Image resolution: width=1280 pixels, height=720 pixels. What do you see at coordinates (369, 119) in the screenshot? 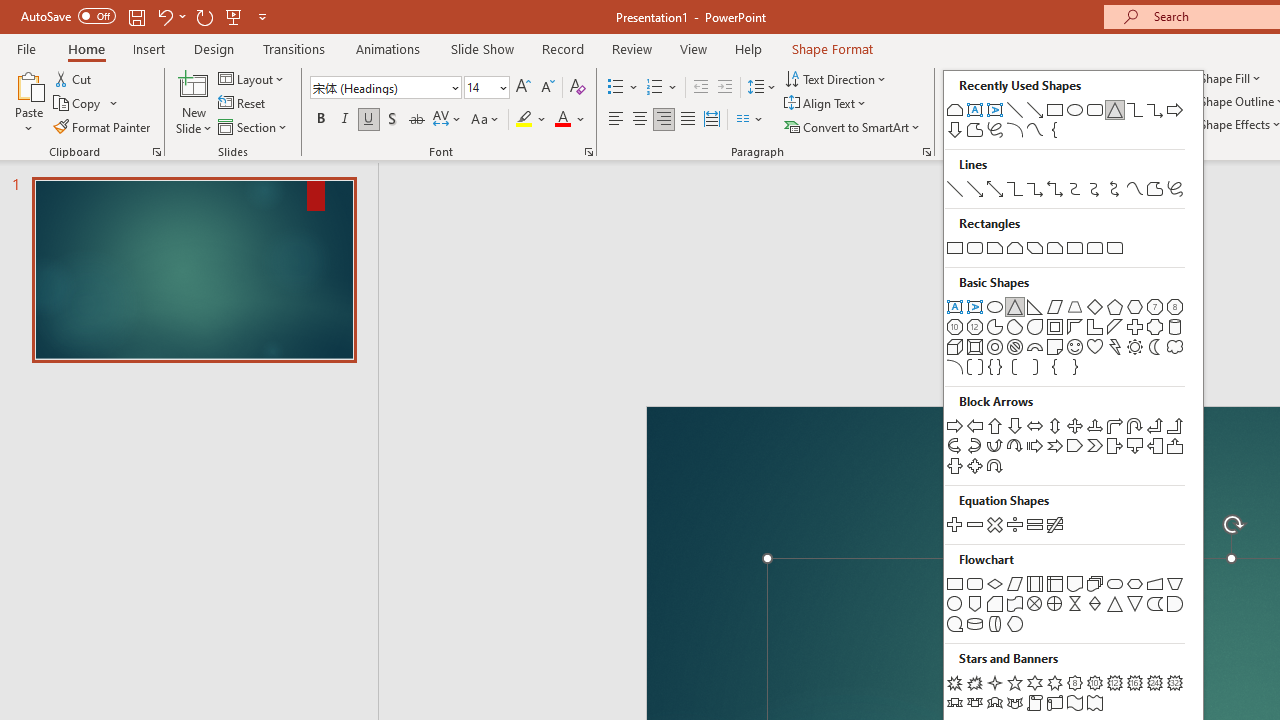
I see `'Underline'` at bounding box center [369, 119].